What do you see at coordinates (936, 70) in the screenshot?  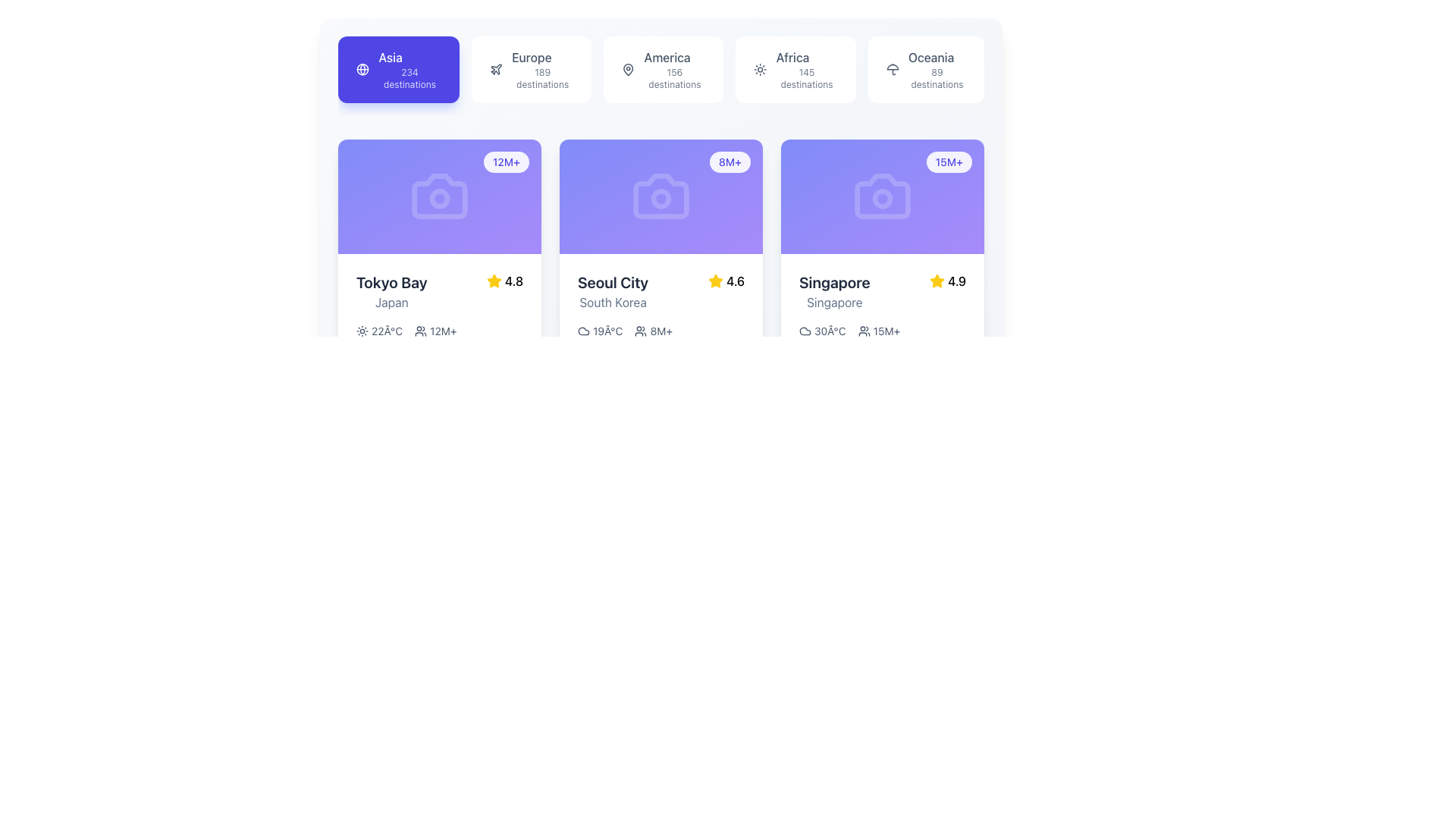 I see `the label that provides information about the geographic region Oceania, which is located within the fifth card from the left and displays the number of destinations available (89)` at bounding box center [936, 70].